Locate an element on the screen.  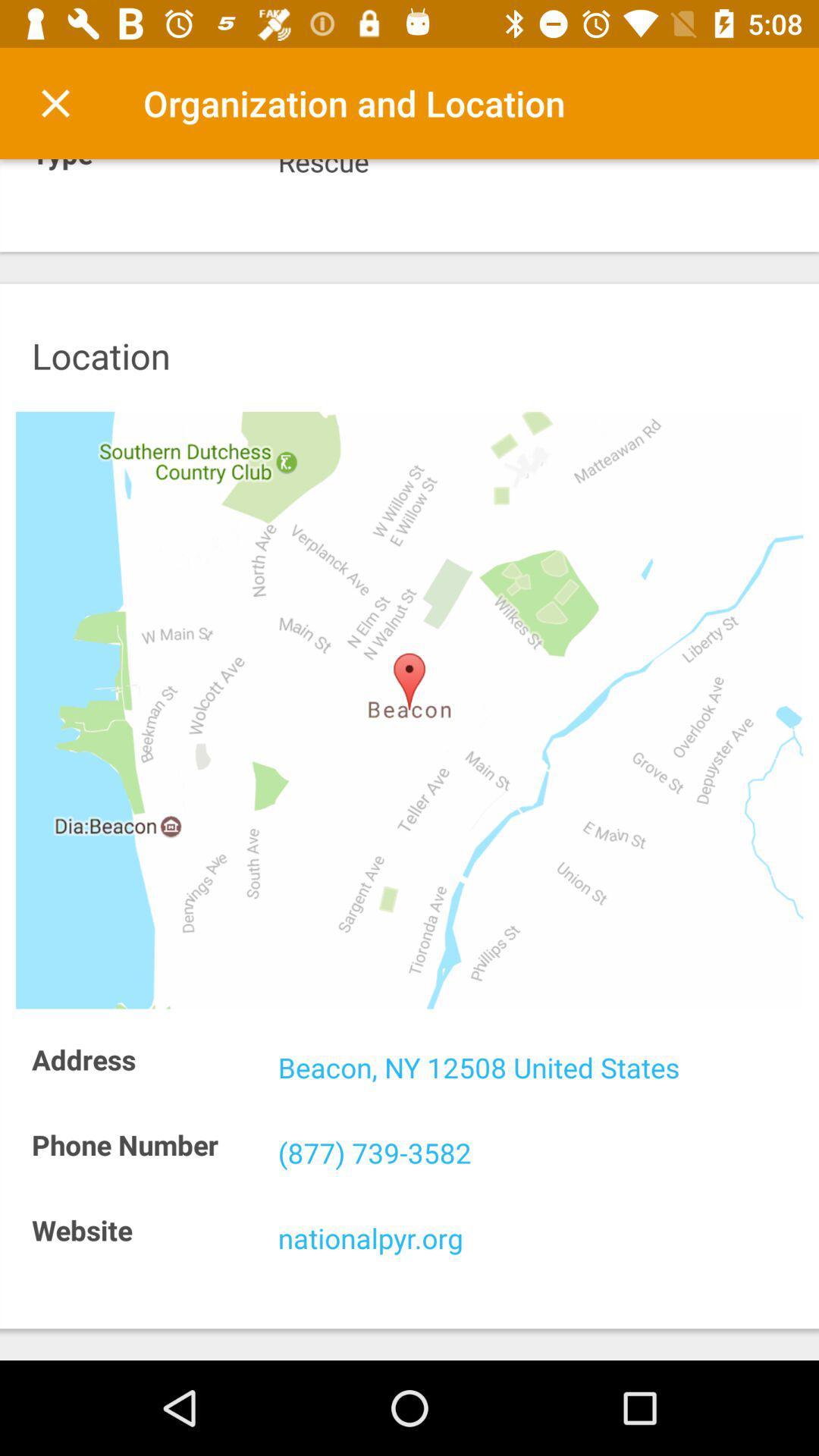
the icon to the left of the organization and location item is located at coordinates (55, 102).